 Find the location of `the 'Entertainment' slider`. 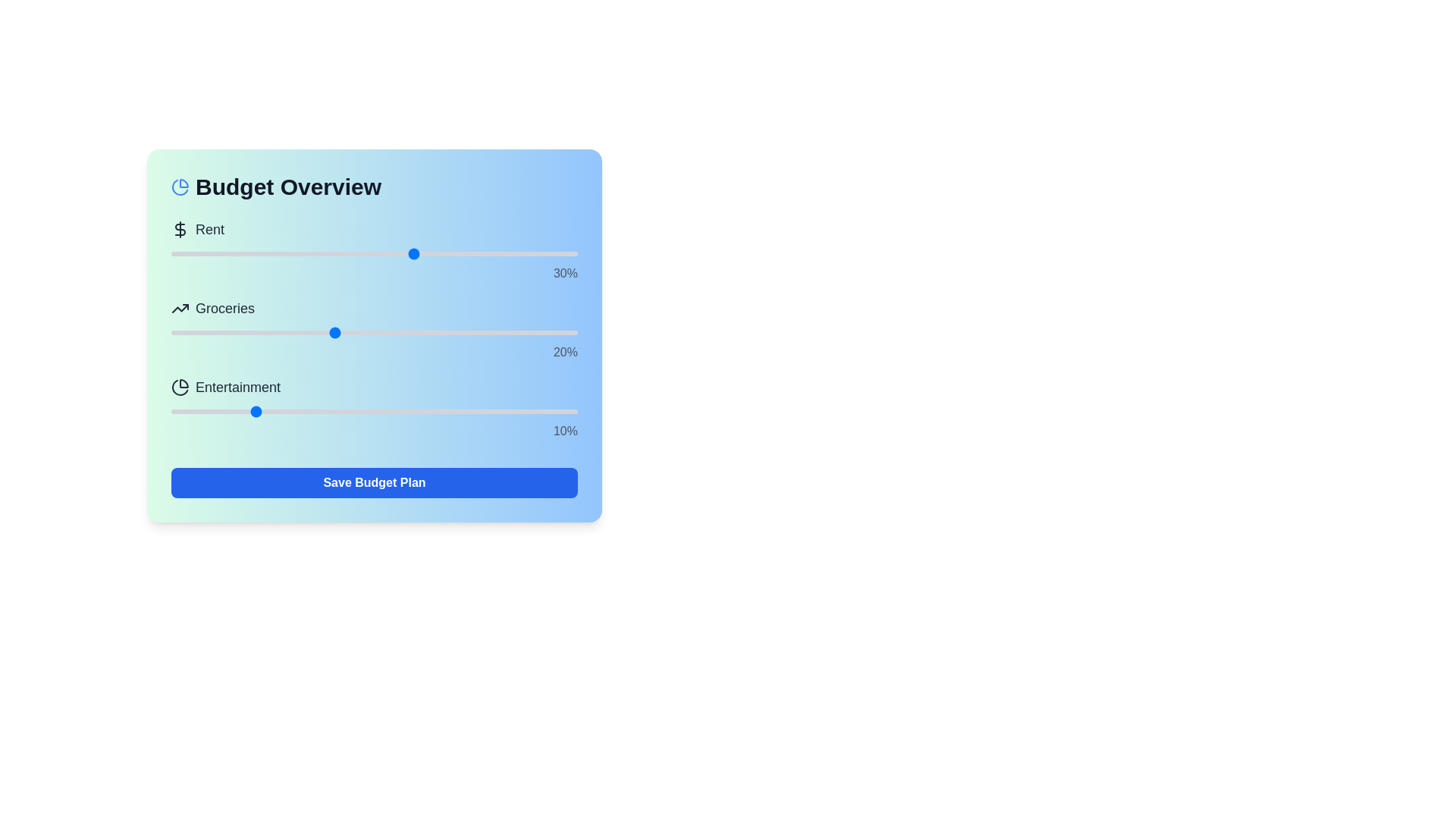

the 'Entertainment' slider is located at coordinates (309, 412).